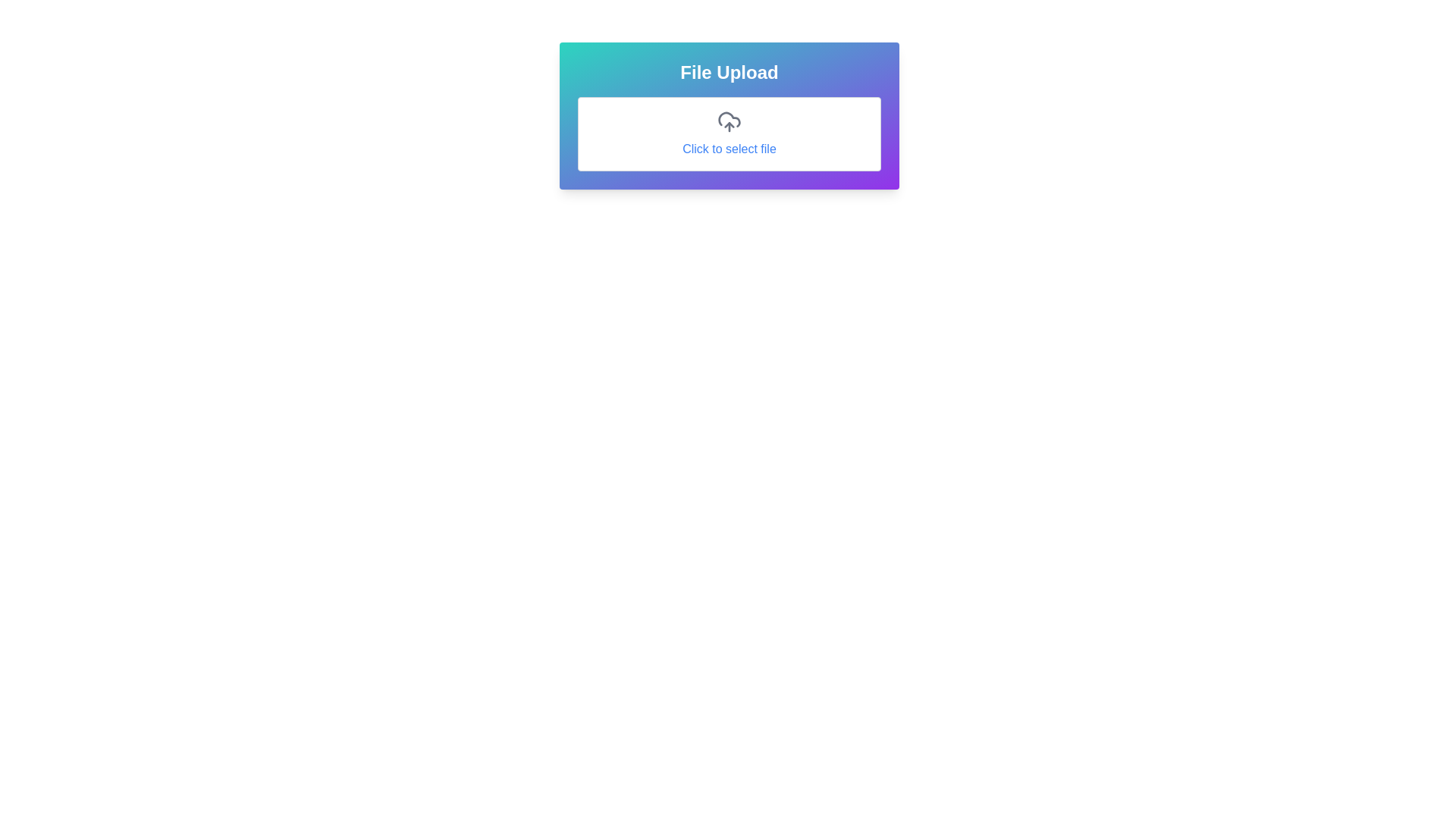 This screenshot has height=819, width=1456. What do you see at coordinates (729, 149) in the screenshot?
I see `the blue text link reading 'Click` at bounding box center [729, 149].